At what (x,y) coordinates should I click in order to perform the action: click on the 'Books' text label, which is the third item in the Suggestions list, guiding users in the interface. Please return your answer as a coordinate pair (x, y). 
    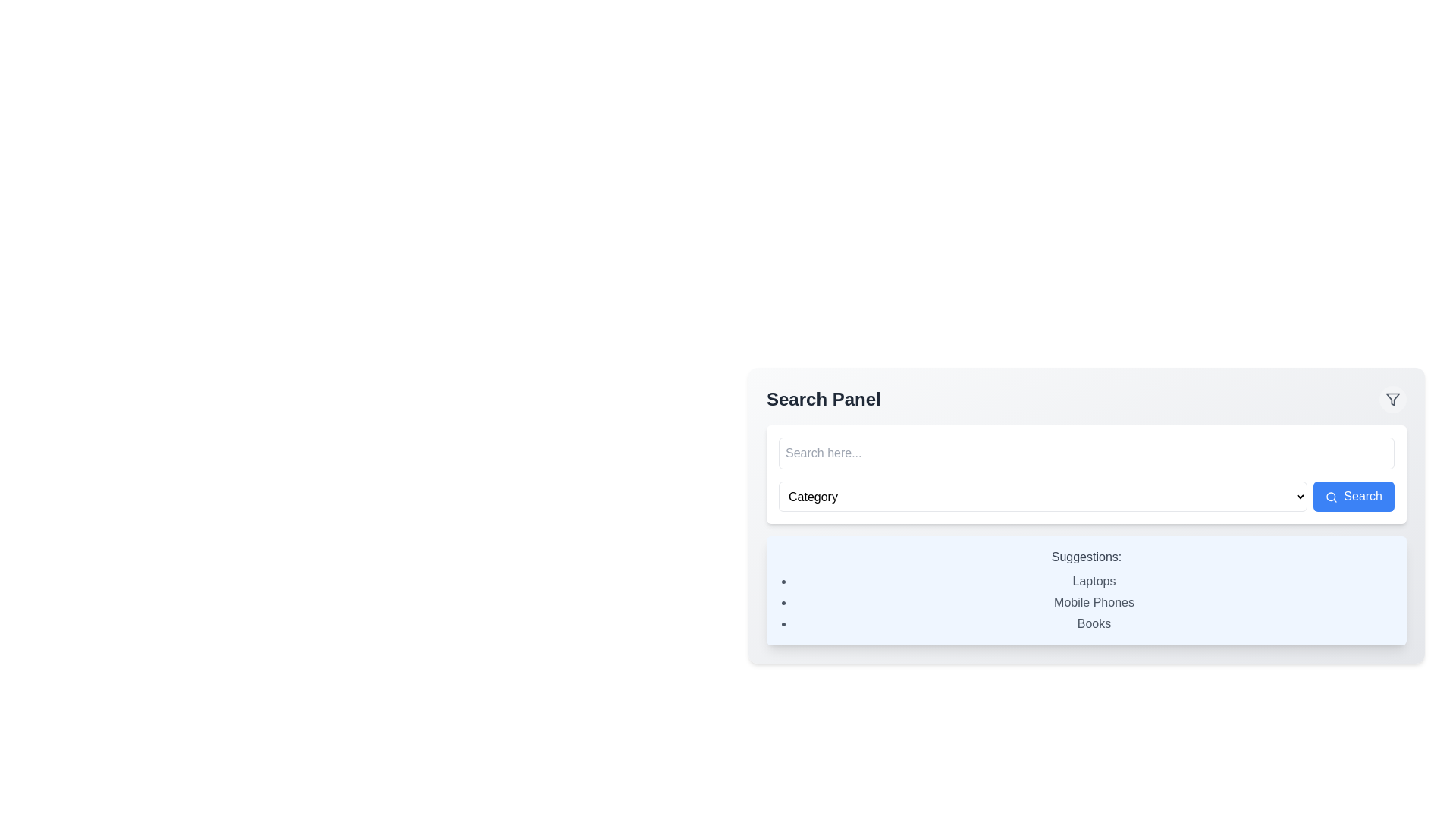
    Looking at the image, I should click on (1094, 623).